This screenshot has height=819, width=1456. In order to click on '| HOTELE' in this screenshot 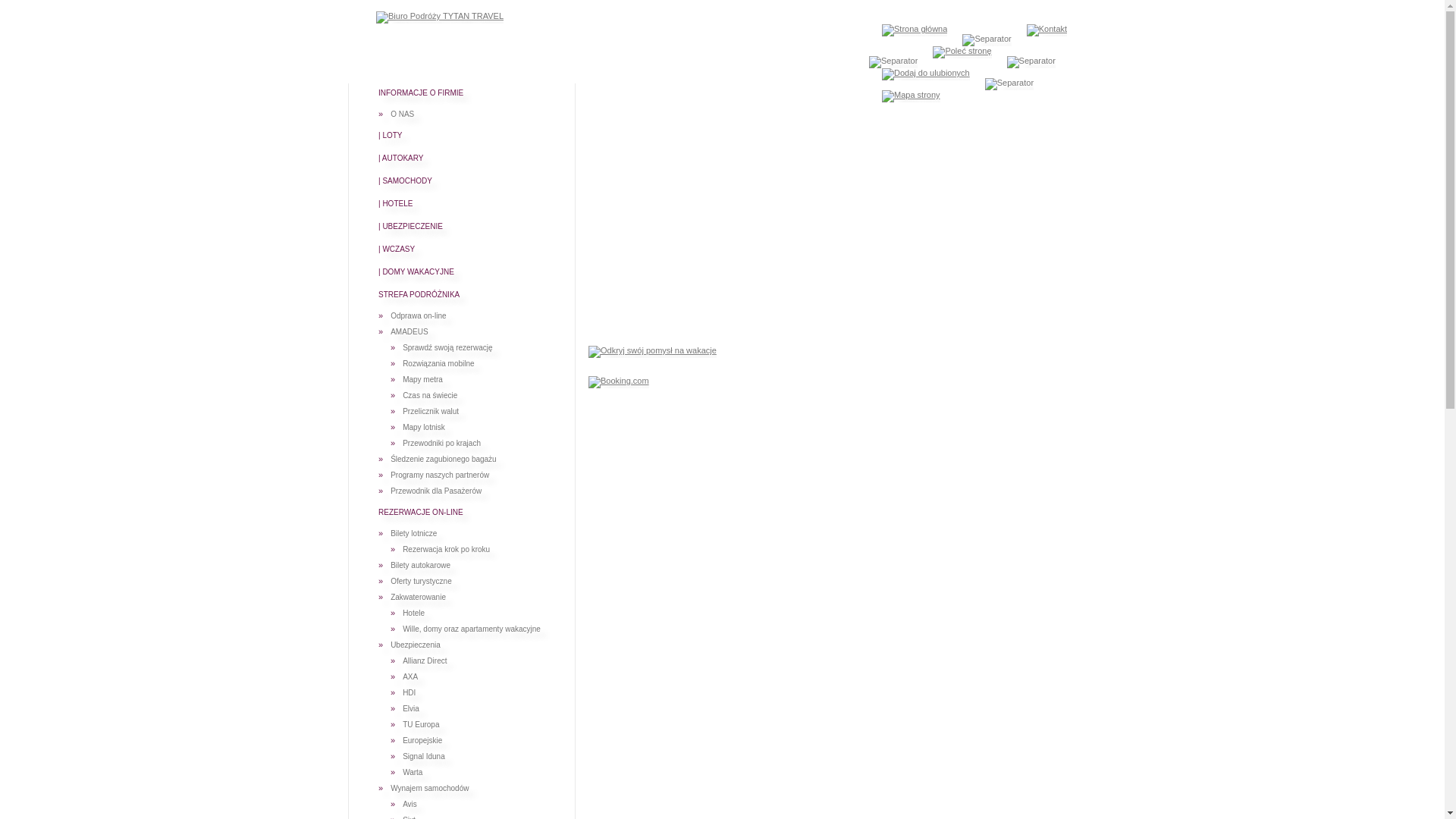, I will do `click(395, 202)`.